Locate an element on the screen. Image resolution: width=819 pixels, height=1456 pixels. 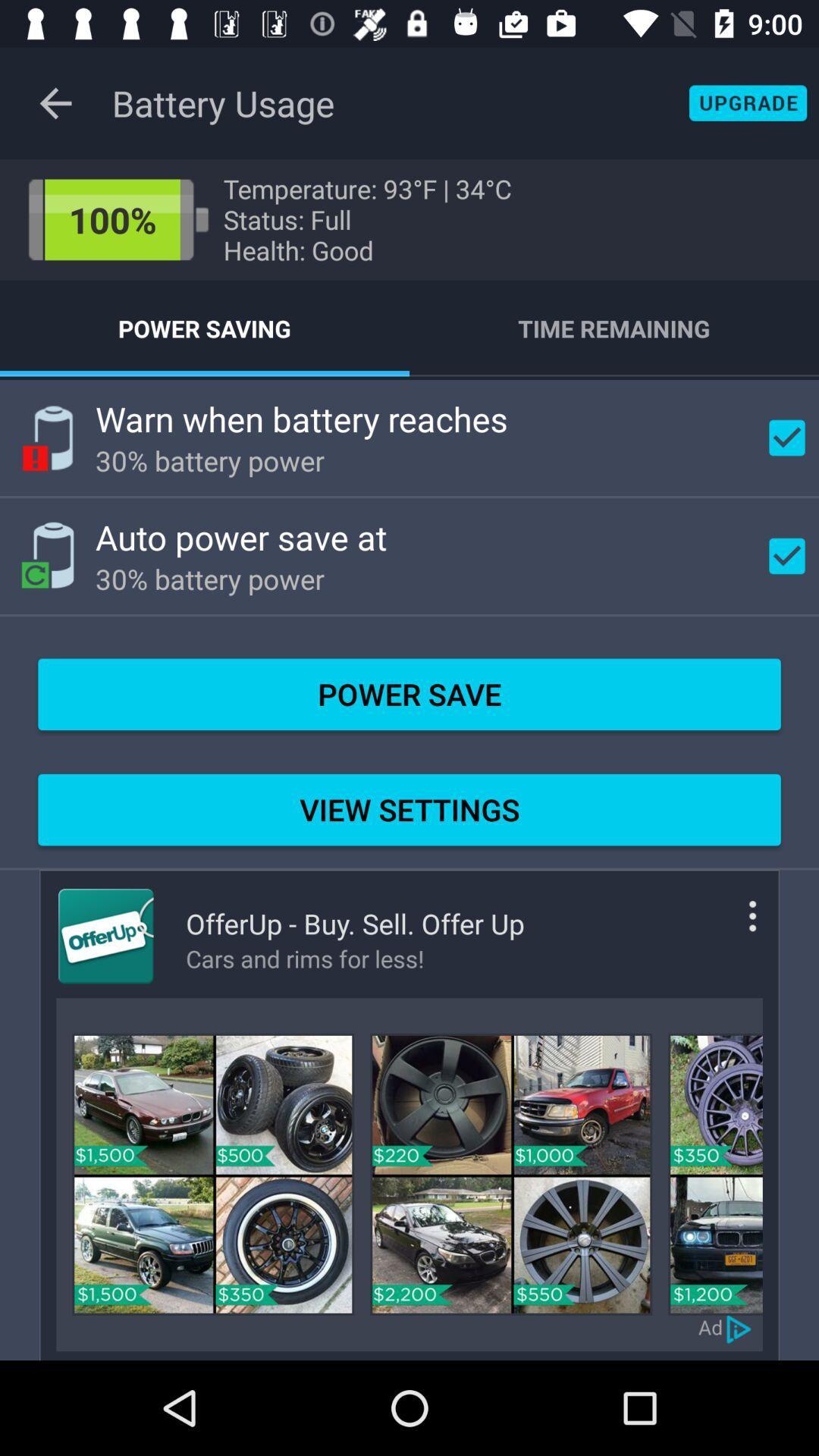
offerup is located at coordinates (105, 935).